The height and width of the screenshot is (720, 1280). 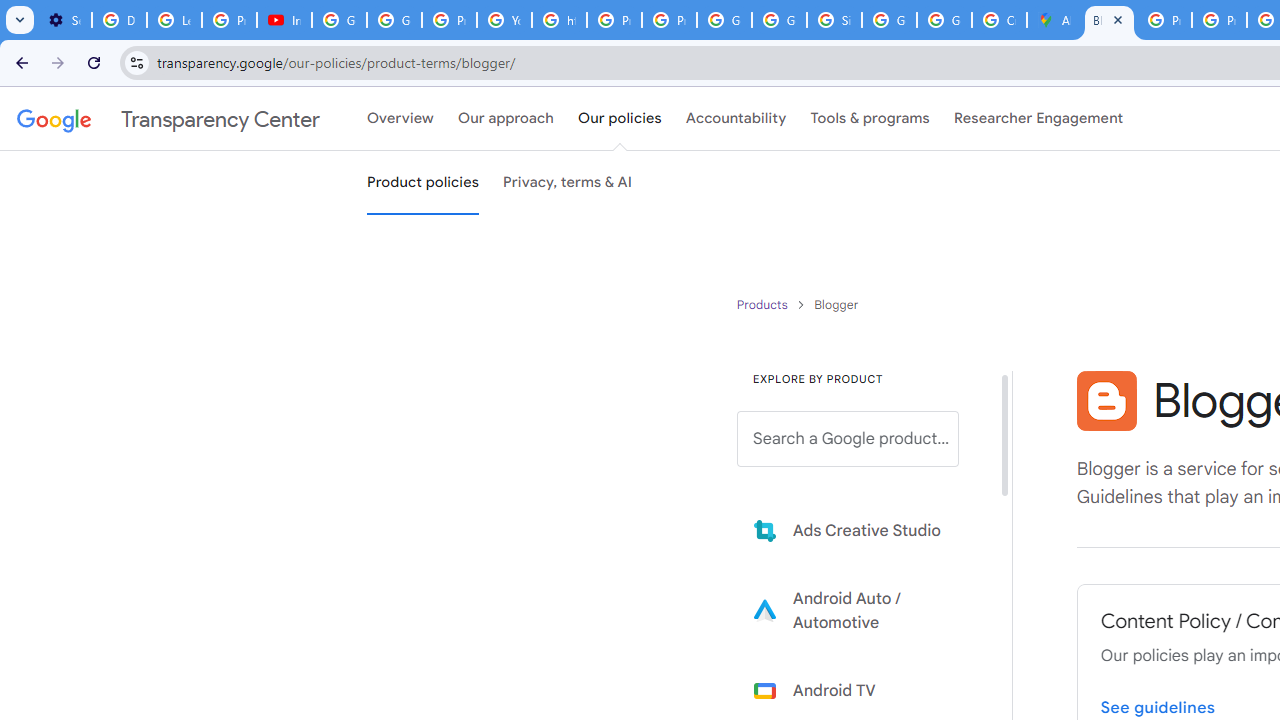 What do you see at coordinates (118, 20) in the screenshot?
I see `'Delete photos & videos - Computer - Google Photos Help'` at bounding box center [118, 20].